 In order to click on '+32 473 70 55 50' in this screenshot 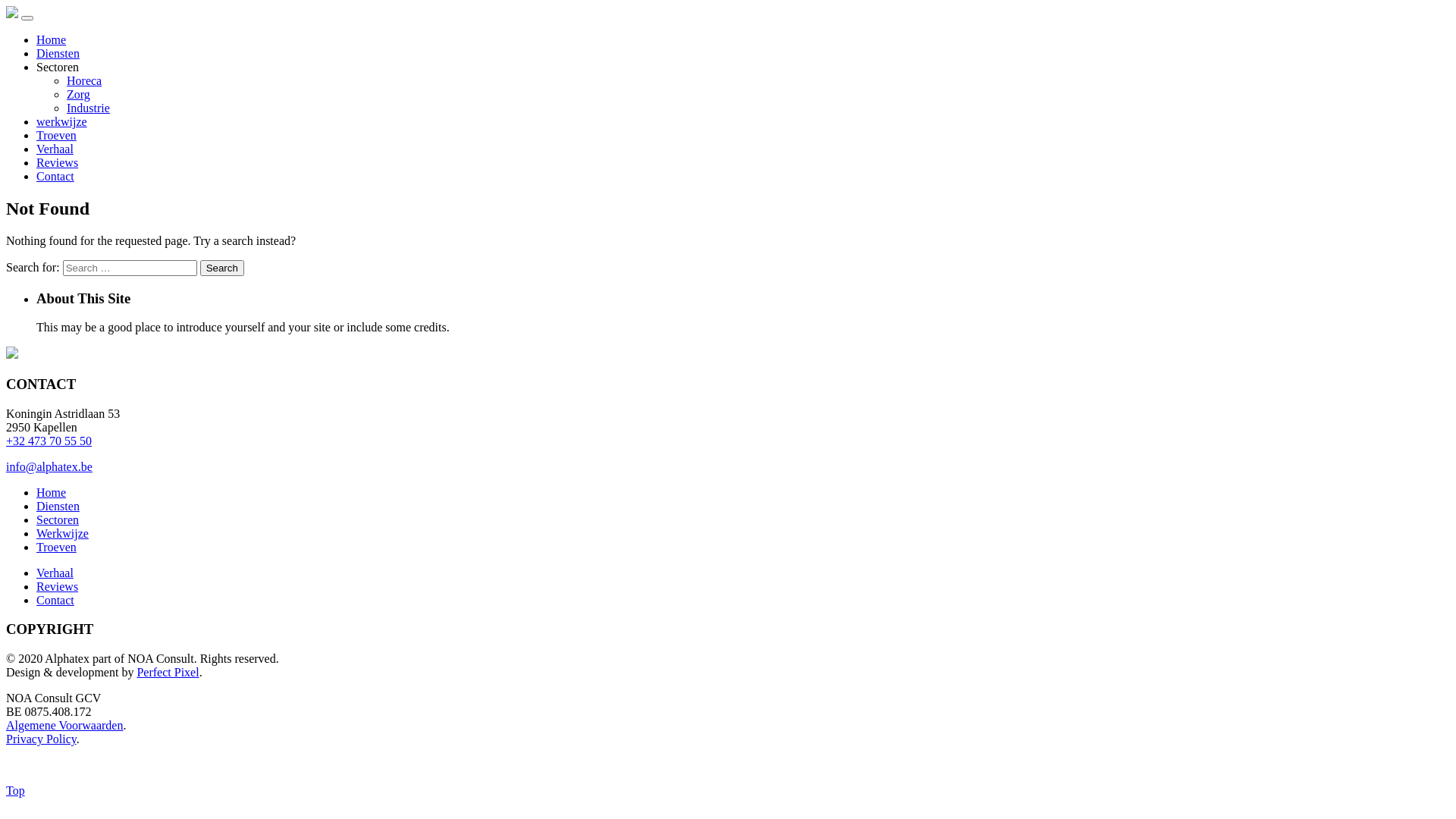, I will do `click(49, 441)`.